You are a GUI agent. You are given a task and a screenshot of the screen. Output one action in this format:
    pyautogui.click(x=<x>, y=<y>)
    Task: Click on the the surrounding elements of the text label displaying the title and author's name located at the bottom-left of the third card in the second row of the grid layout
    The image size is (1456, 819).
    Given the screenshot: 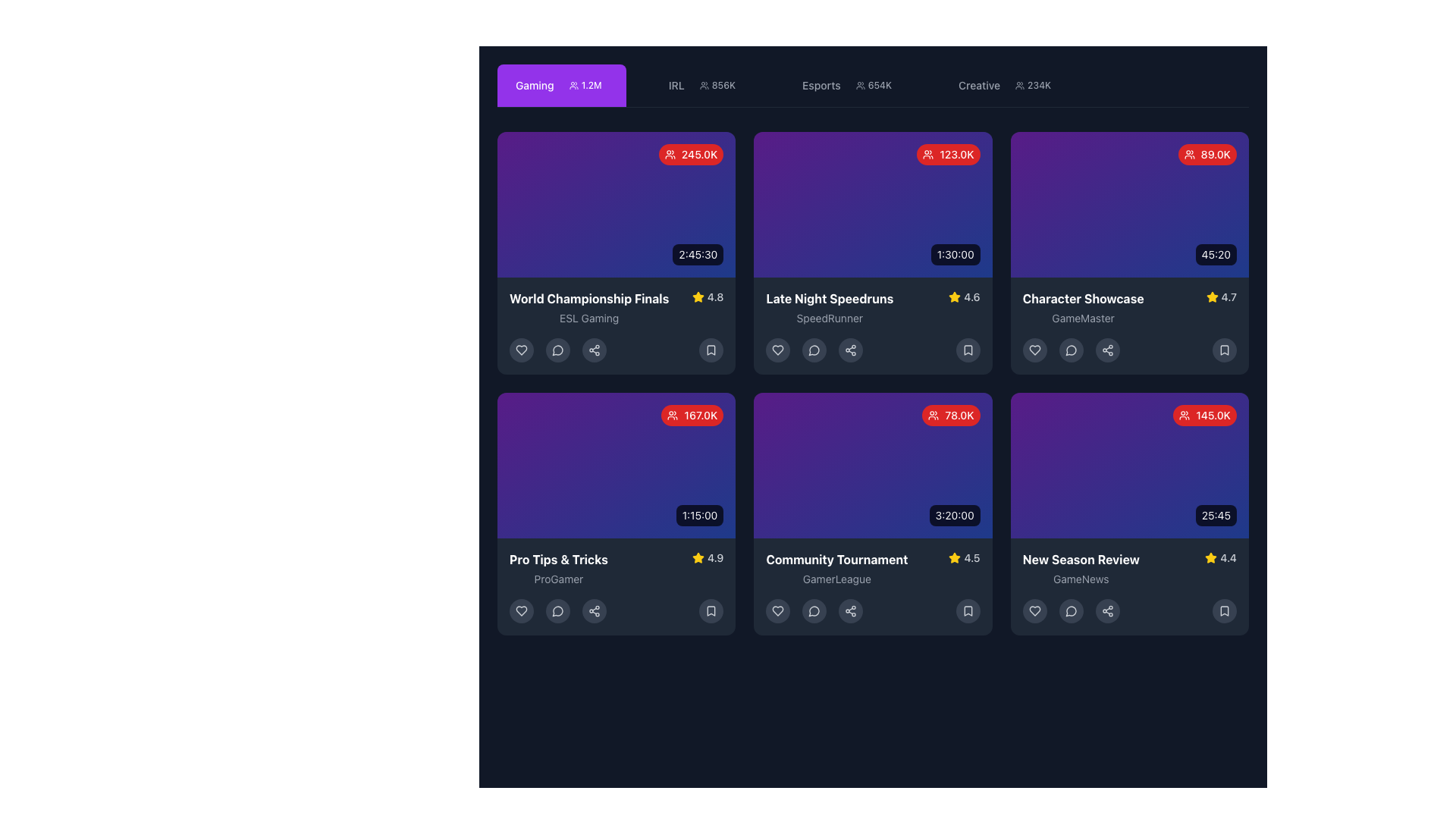 What is the action you would take?
    pyautogui.click(x=557, y=568)
    